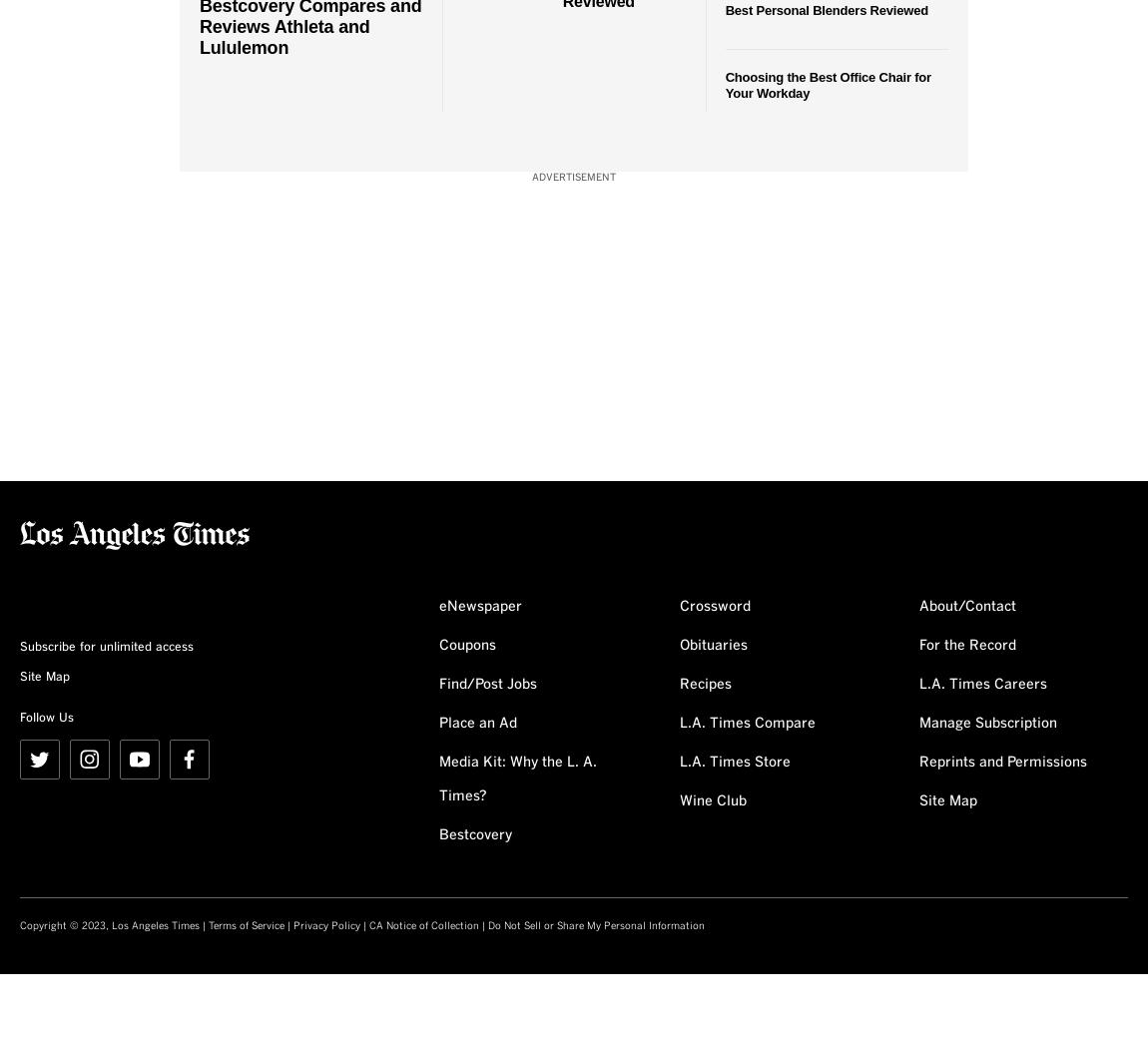  I want to click on 'Reprints and Permissions', so click(1002, 760).